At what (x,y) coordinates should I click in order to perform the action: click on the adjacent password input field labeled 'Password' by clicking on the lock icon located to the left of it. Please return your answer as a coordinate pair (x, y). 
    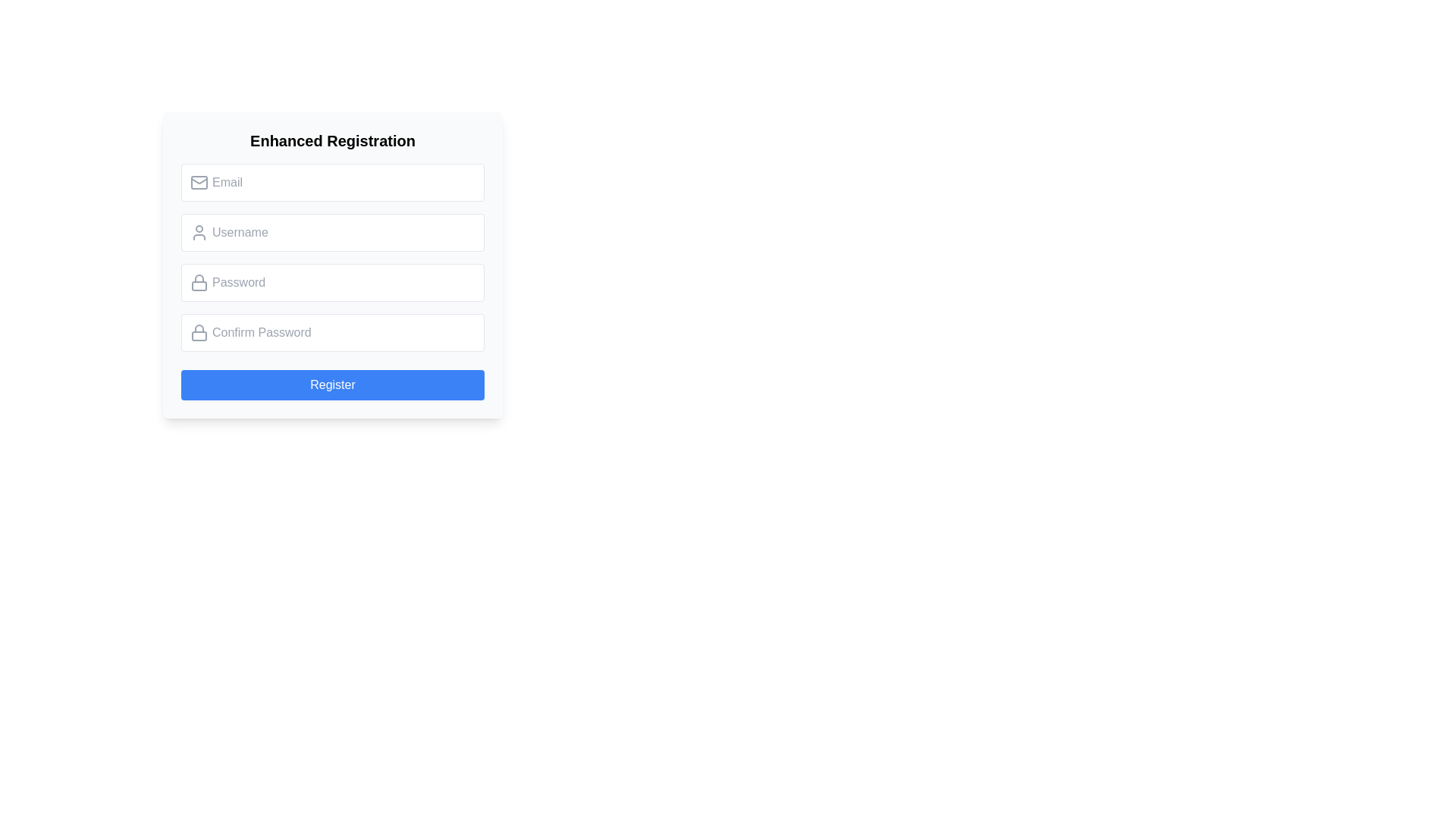
    Looking at the image, I should click on (199, 283).